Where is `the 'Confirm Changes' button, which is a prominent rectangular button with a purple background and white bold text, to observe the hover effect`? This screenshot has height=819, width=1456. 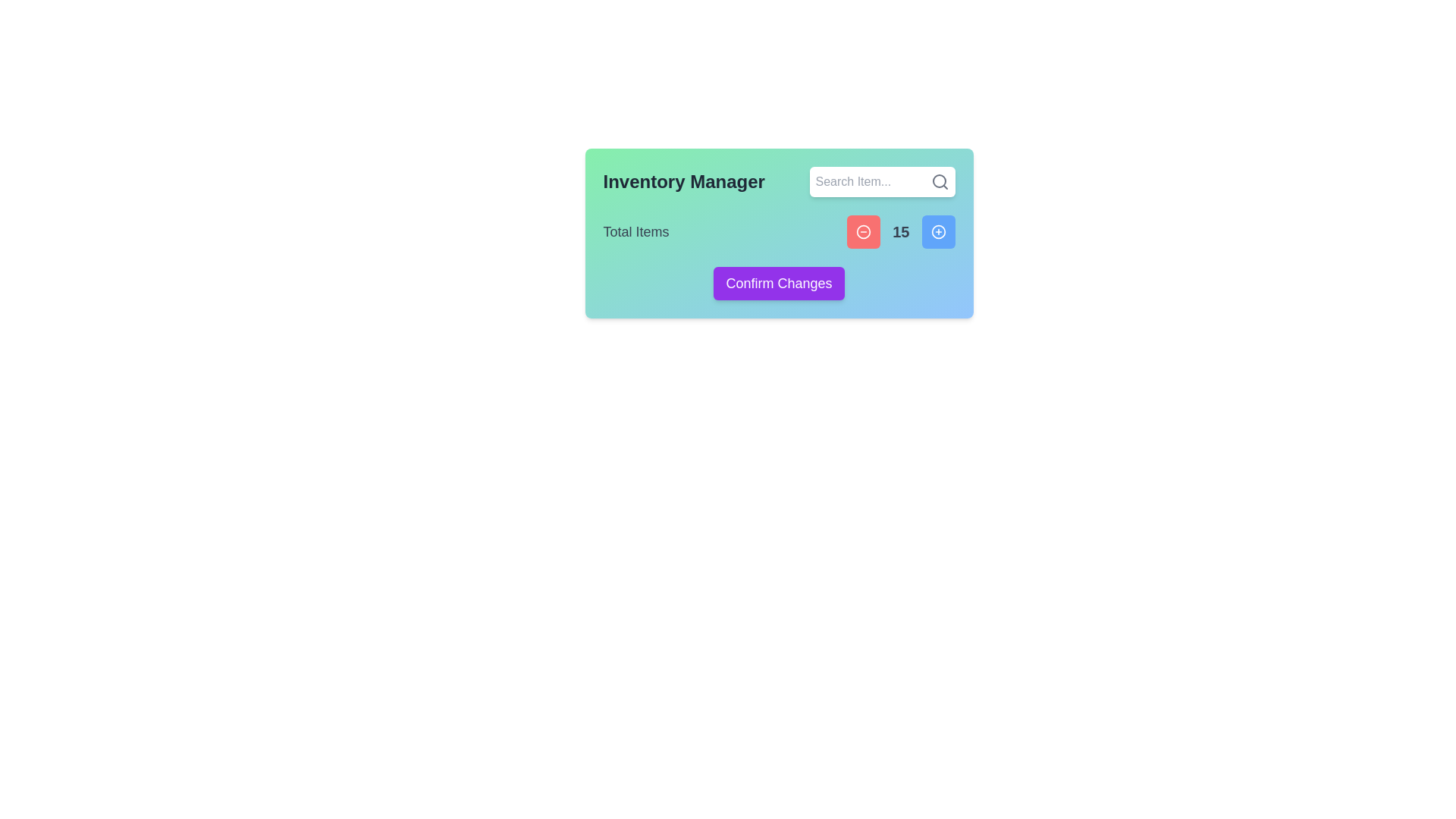 the 'Confirm Changes' button, which is a prominent rectangular button with a purple background and white bold text, to observe the hover effect is located at coordinates (779, 284).